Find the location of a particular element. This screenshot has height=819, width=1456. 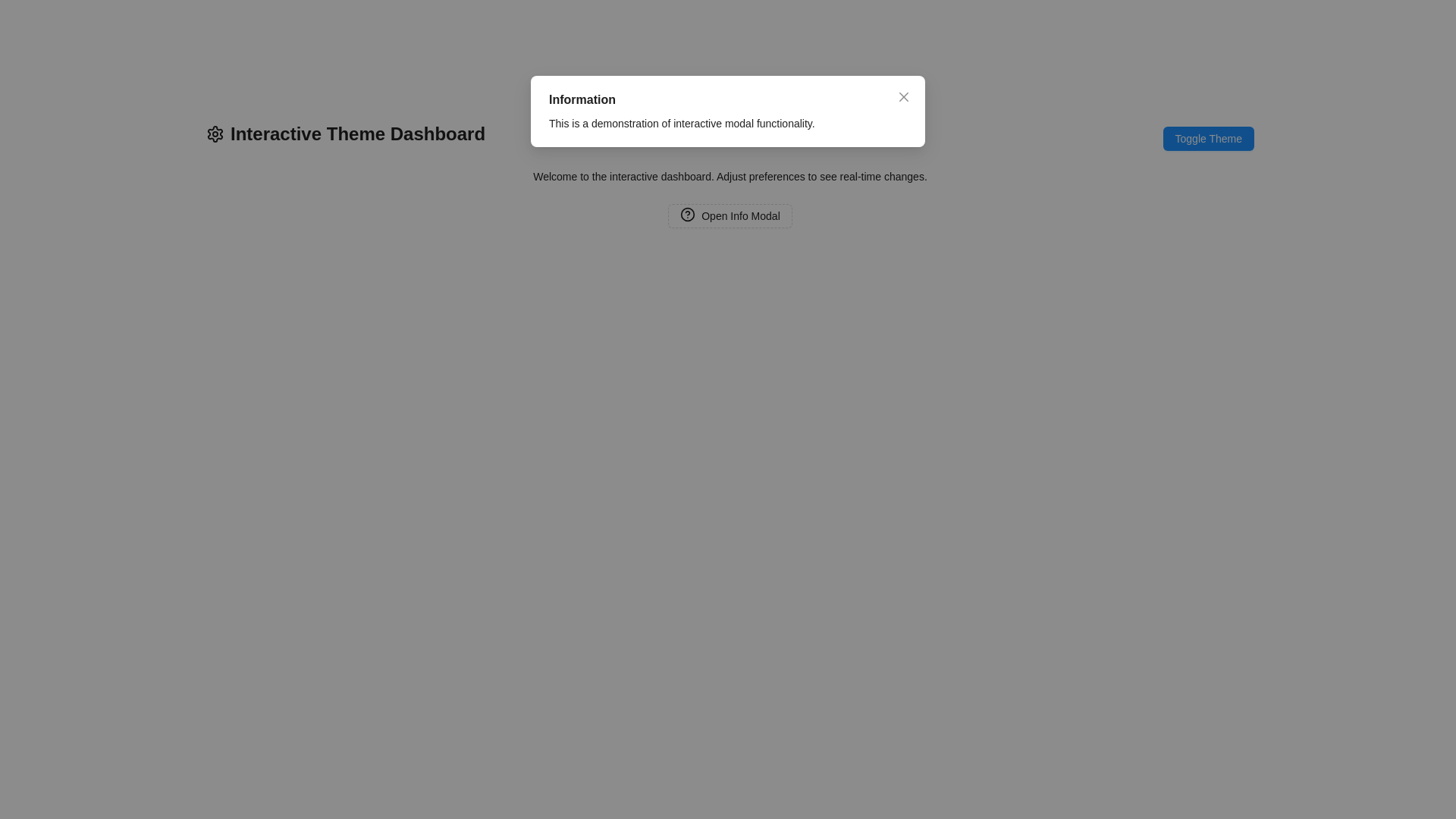

the button labeled 'Open Info Modal' that has a dashed border and a circular icon on its left side is located at coordinates (740, 216).